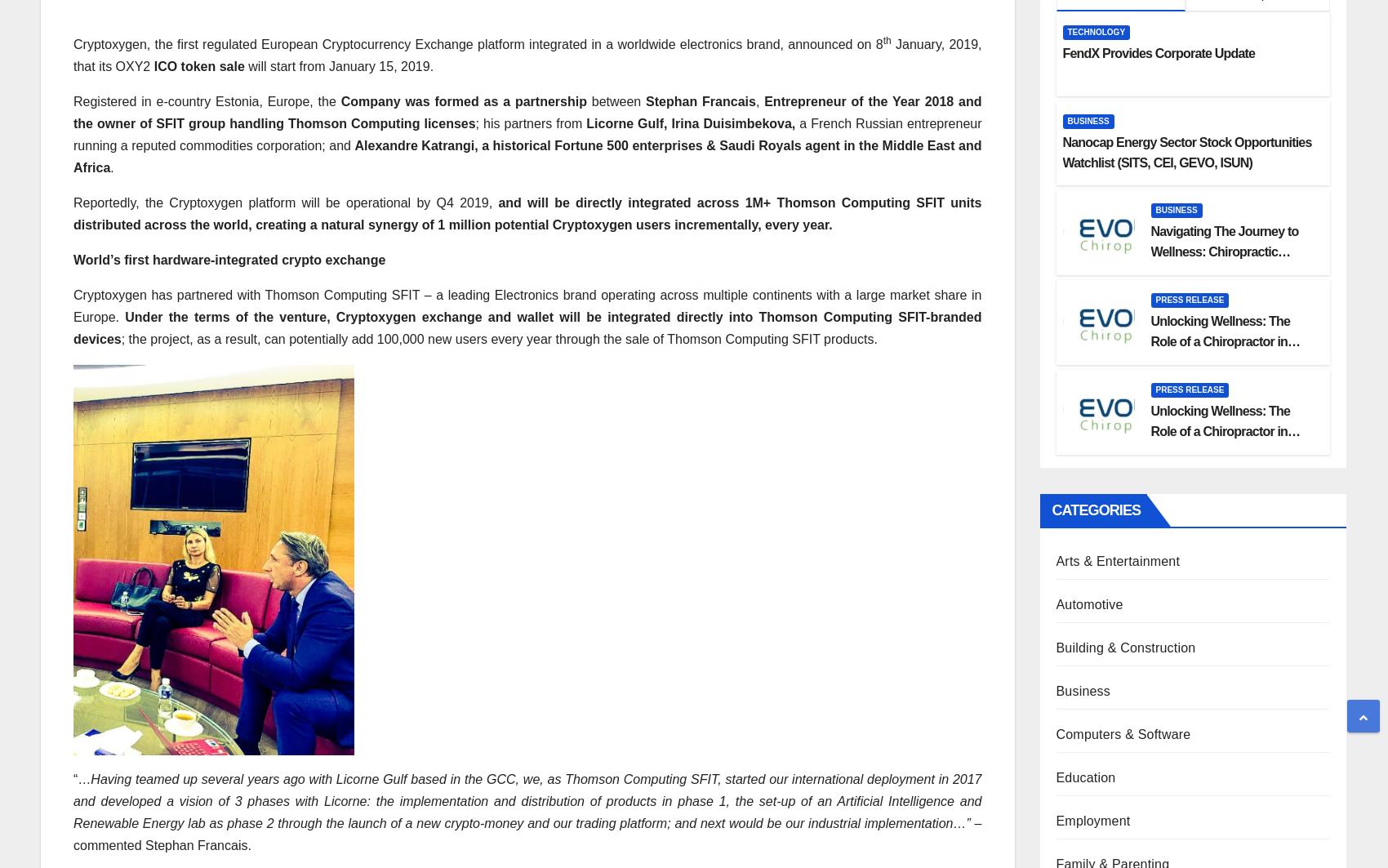 The width and height of the screenshot is (1388, 868). Describe the element at coordinates (462, 100) in the screenshot. I see `'Company was formed as a partnership'` at that location.